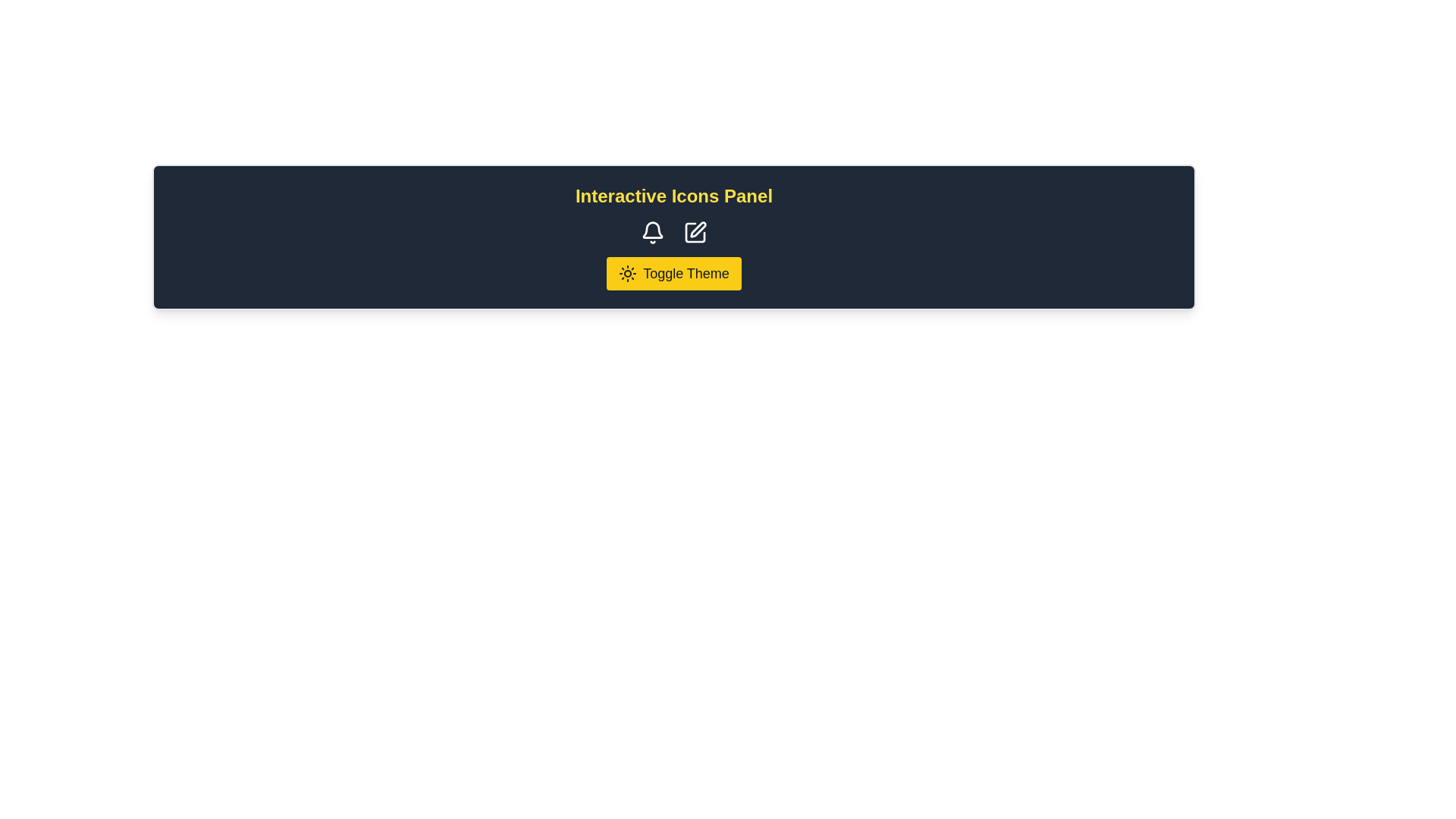 The height and width of the screenshot is (819, 1456). Describe the element at coordinates (628, 274) in the screenshot. I see `the sun icon located inside the 'Toggle Theme' button, which is a yellow rectangular button with rounded corners, to provide visual feedback` at that location.